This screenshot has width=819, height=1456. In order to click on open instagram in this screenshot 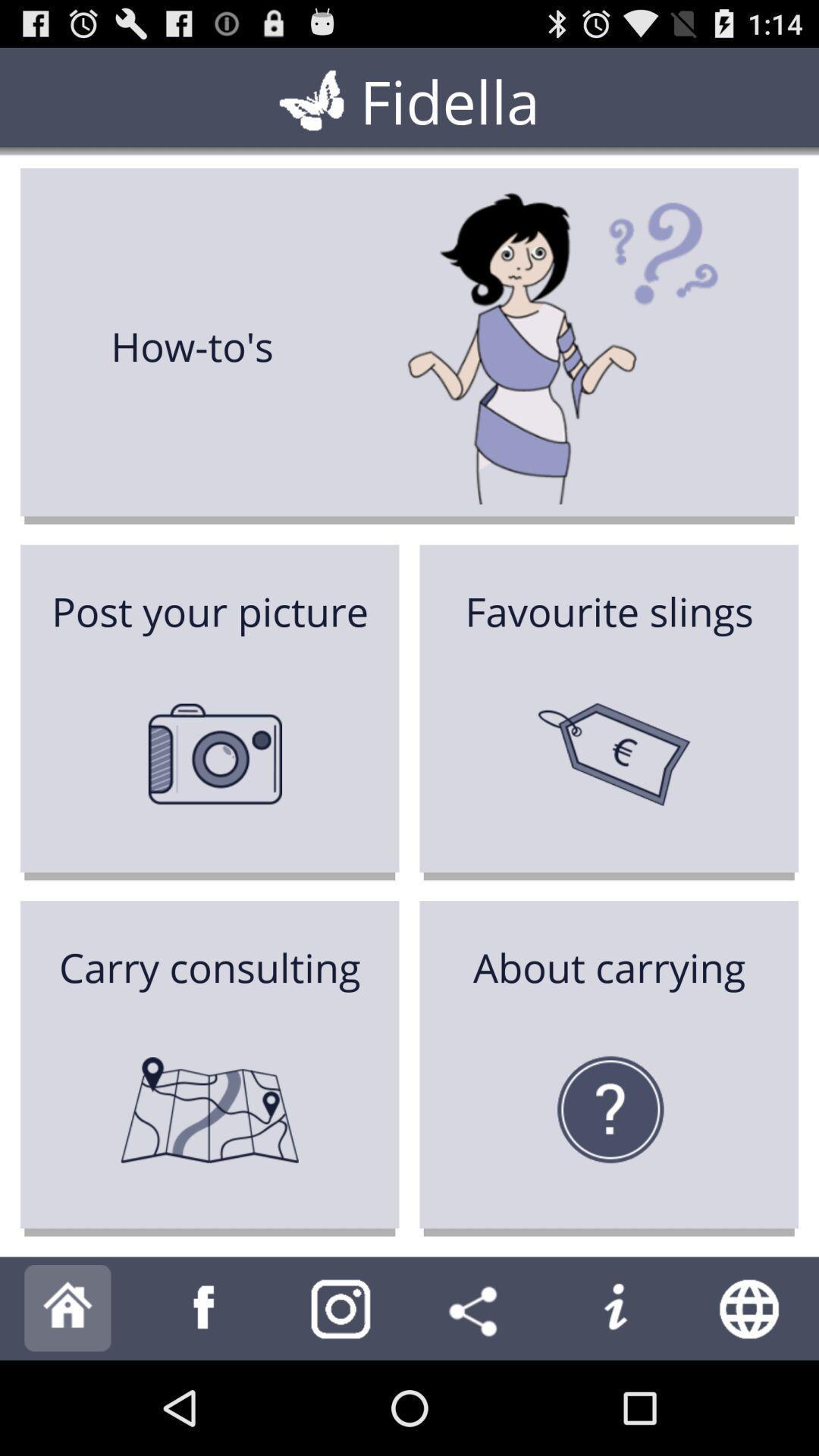, I will do `click(341, 1307)`.